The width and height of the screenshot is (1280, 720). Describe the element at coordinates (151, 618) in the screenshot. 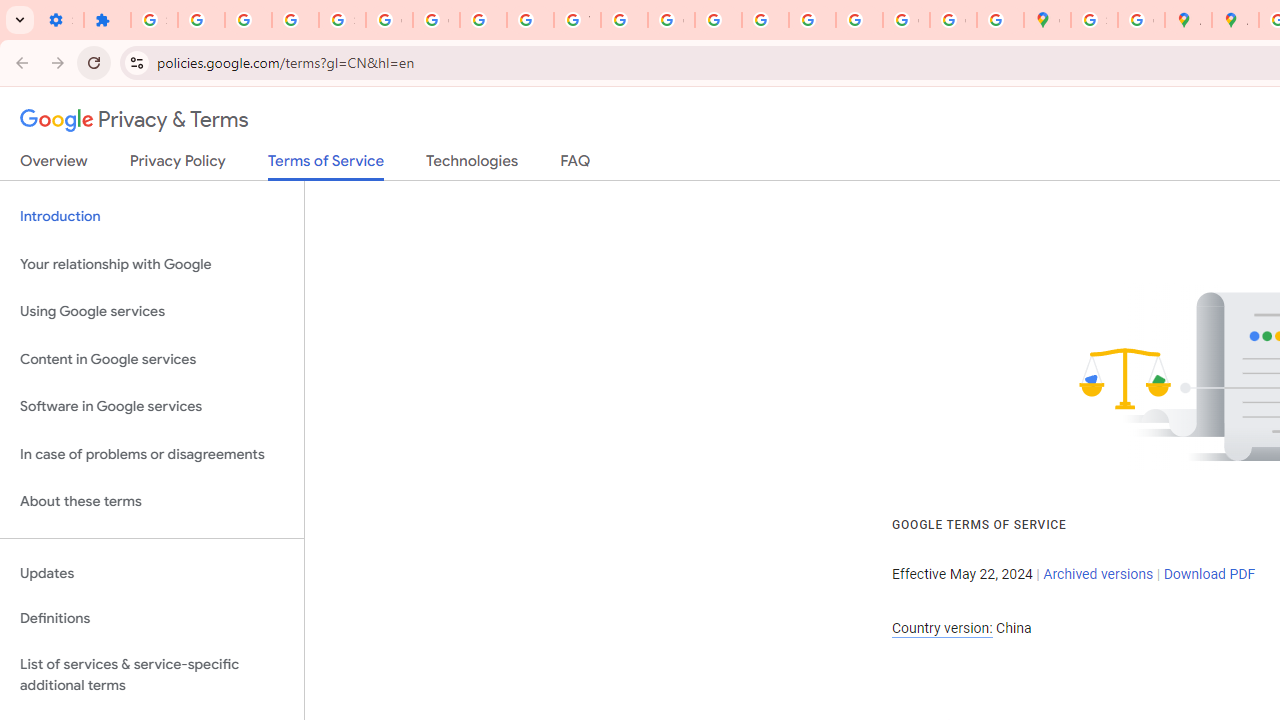

I see `'Definitions'` at that location.